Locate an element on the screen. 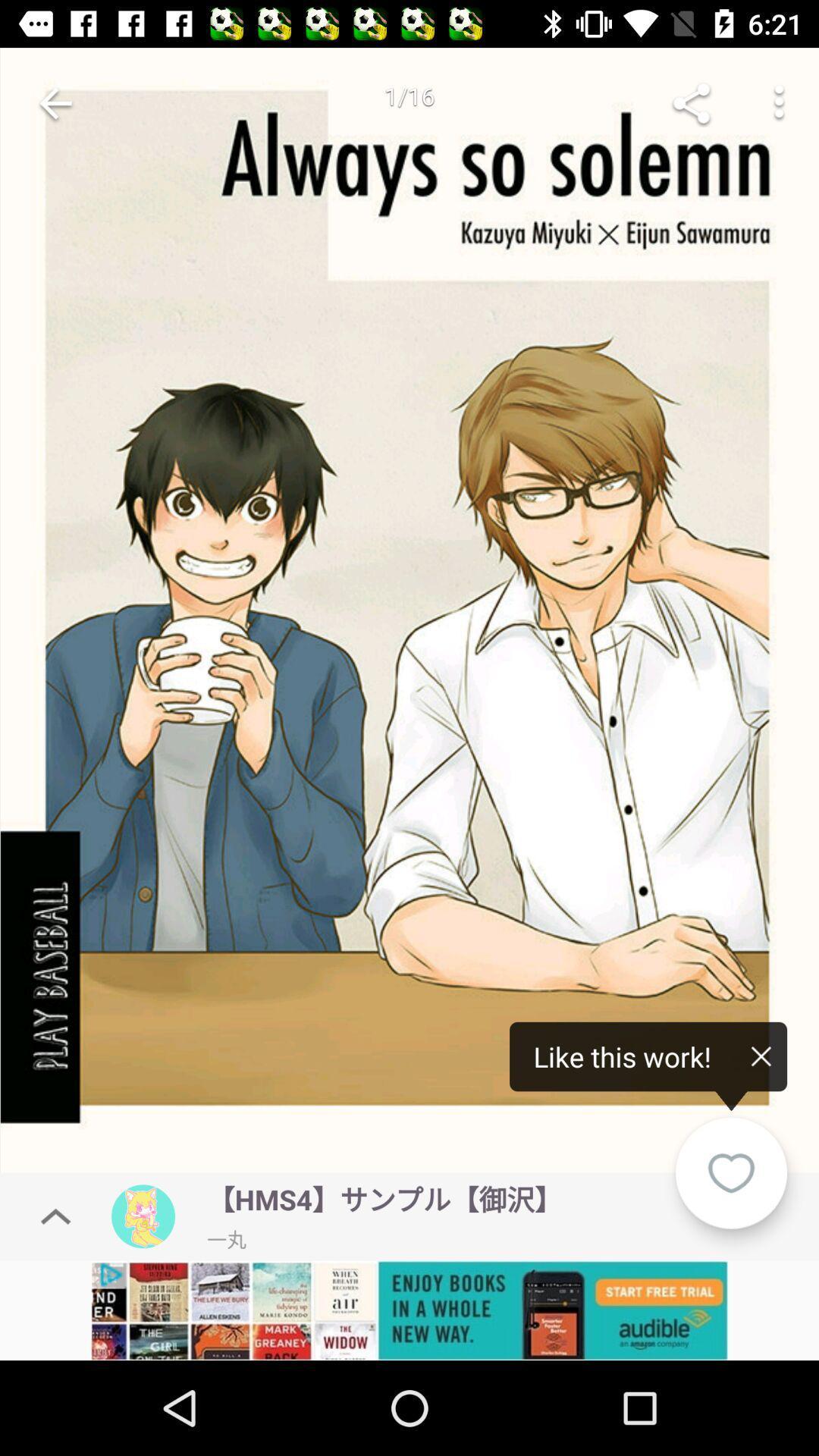  share work is located at coordinates (691, 102).